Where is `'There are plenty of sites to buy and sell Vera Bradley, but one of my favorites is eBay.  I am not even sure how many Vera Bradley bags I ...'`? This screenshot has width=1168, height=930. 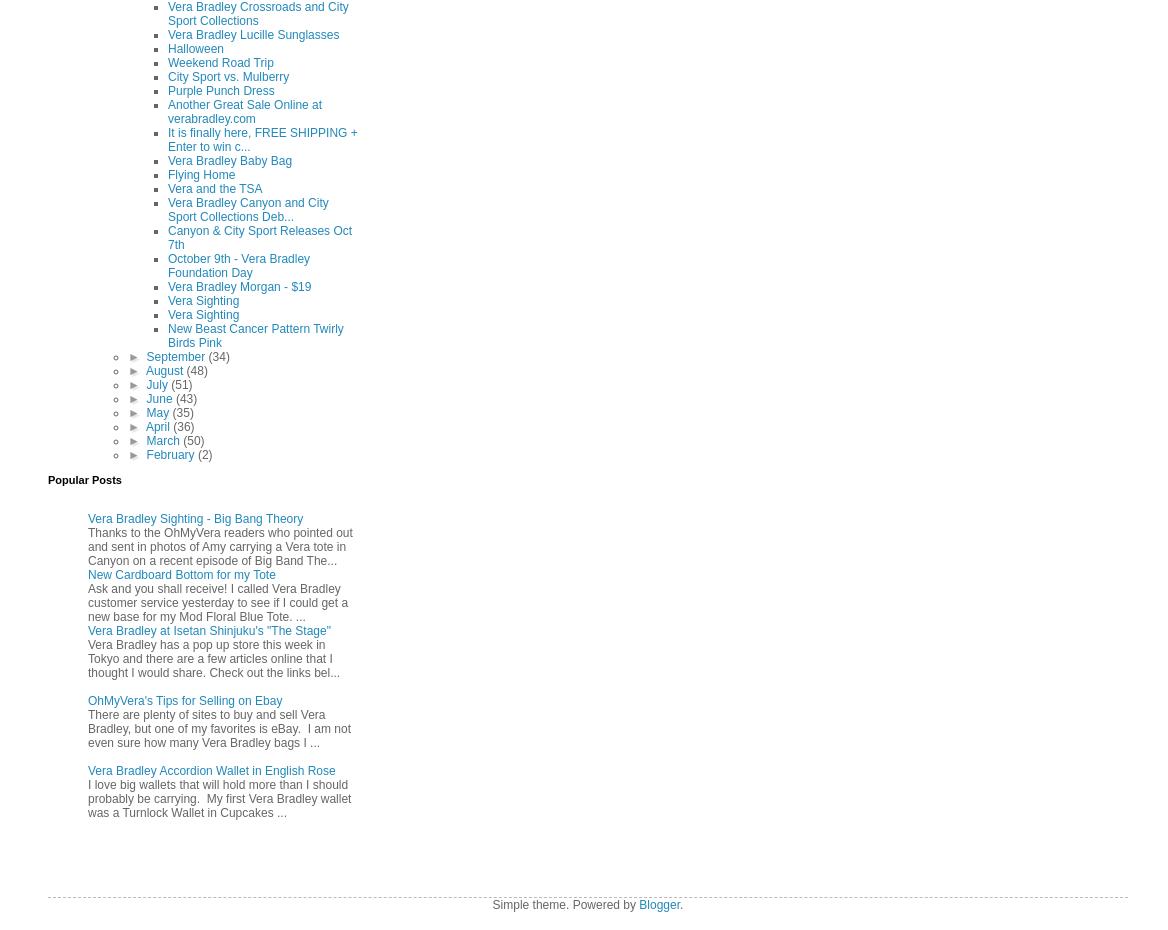
'There are plenty of sites to buy and sell Vera Bradley, but one of my favorites is eBay.  I am not even sure how many Vera Bradley bags I ...' is located at coordinates (219, 728).